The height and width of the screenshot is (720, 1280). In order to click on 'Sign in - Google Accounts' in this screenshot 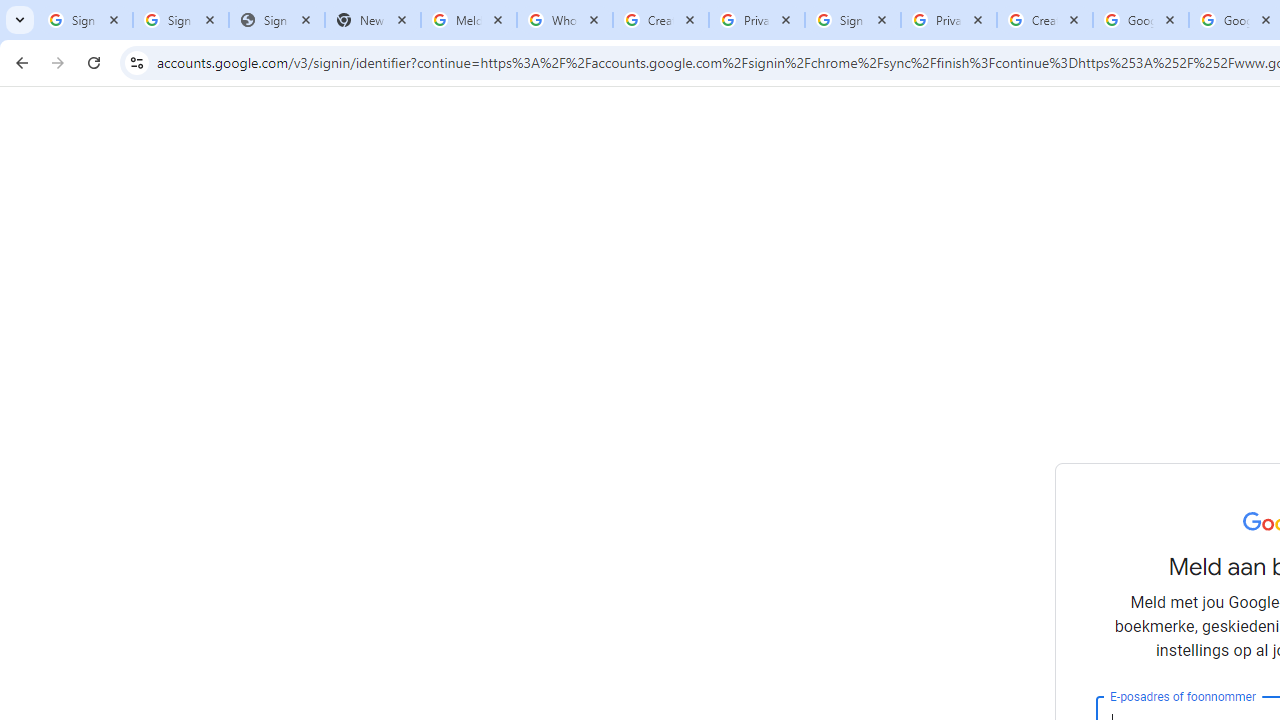, I will do `click(84, 20)`.